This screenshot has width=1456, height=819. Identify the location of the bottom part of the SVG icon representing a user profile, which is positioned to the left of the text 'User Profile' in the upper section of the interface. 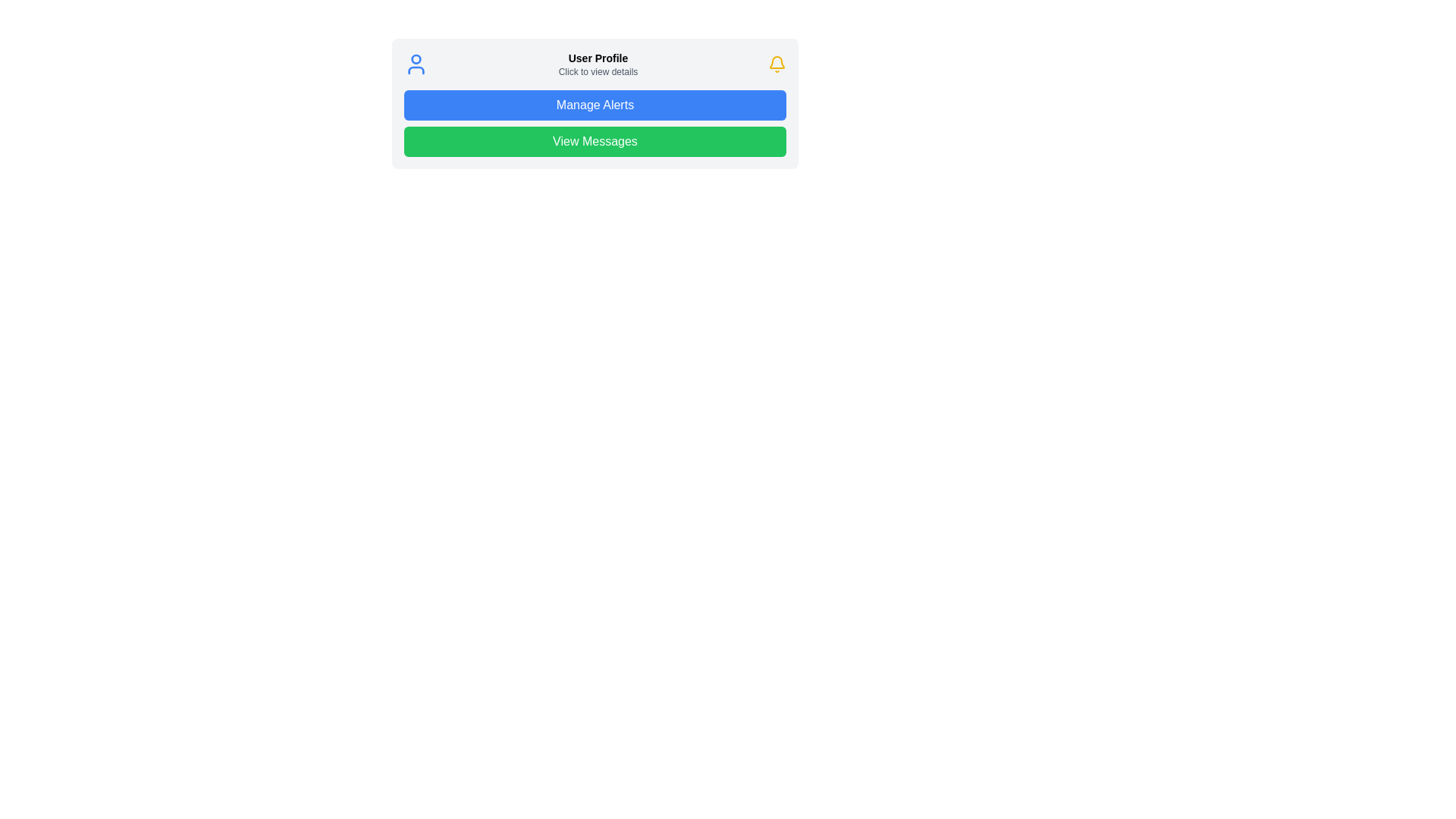
(416, 70).